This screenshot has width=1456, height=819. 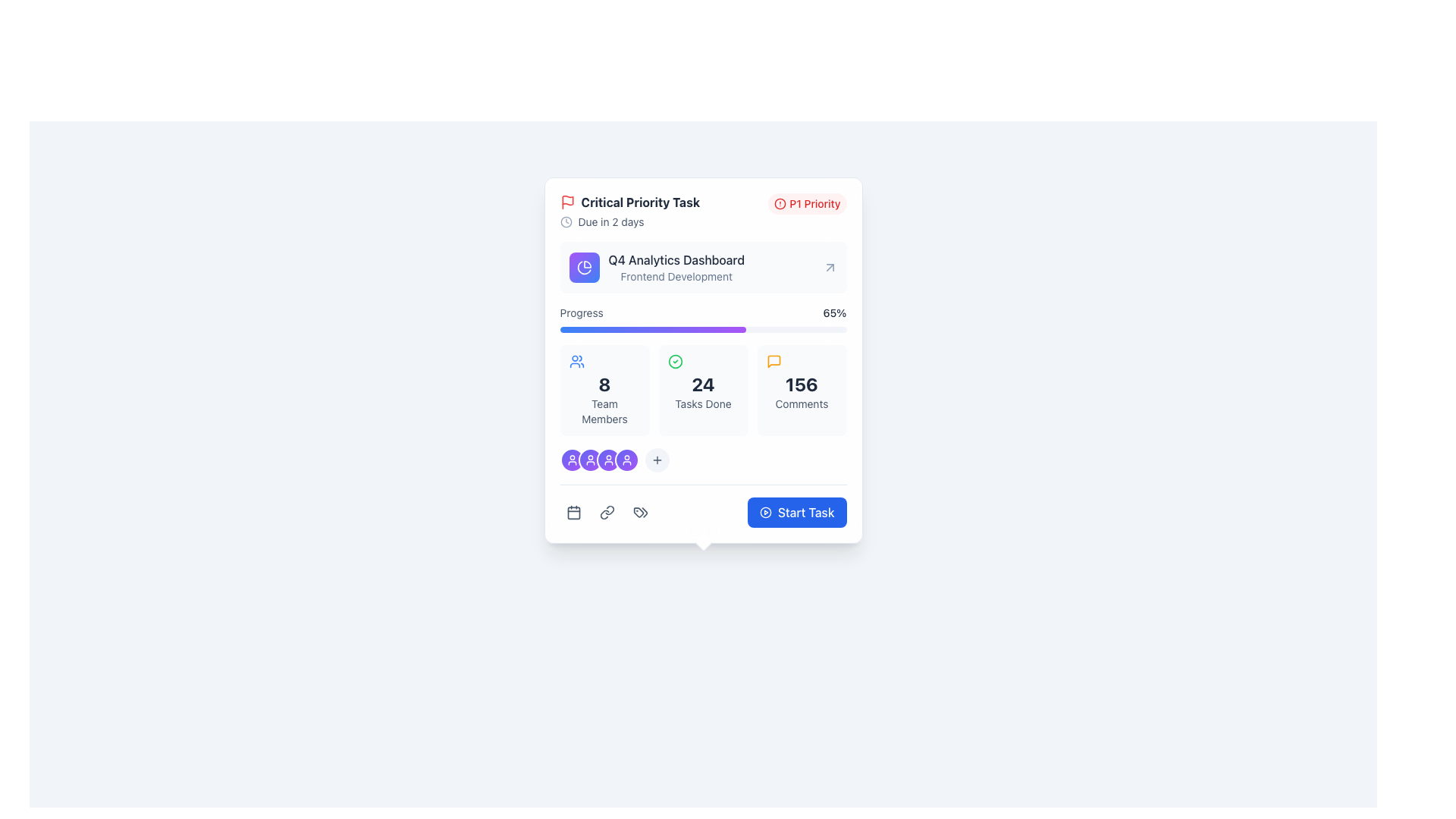 I want to click on the Progress bar located beneath the 'Progress' label and above team members and tasks completed, which visually represents the task completion percentage with a colorful gradient, so click(x=702, y=329).